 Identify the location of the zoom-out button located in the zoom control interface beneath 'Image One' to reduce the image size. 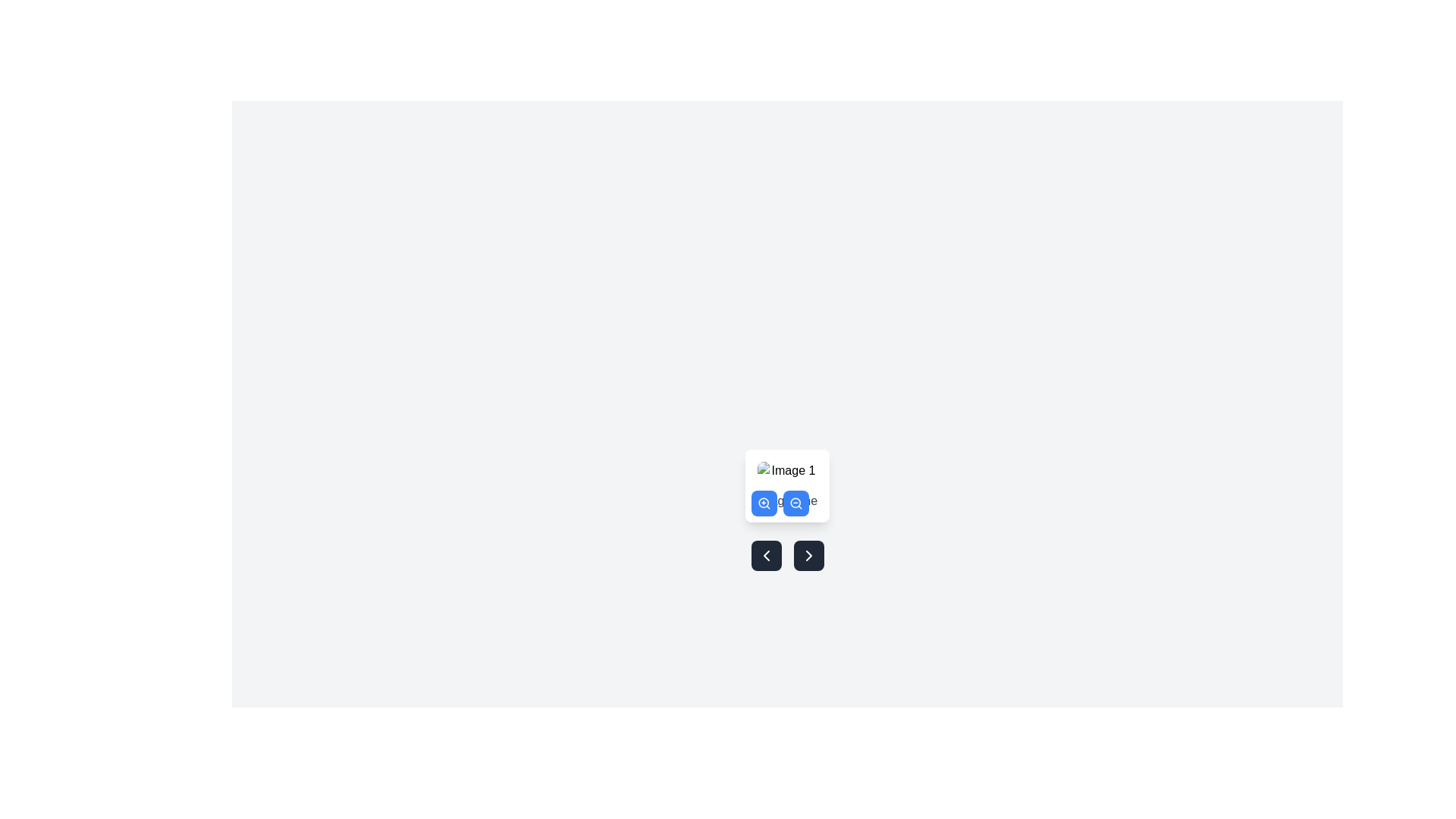
(780, 503).